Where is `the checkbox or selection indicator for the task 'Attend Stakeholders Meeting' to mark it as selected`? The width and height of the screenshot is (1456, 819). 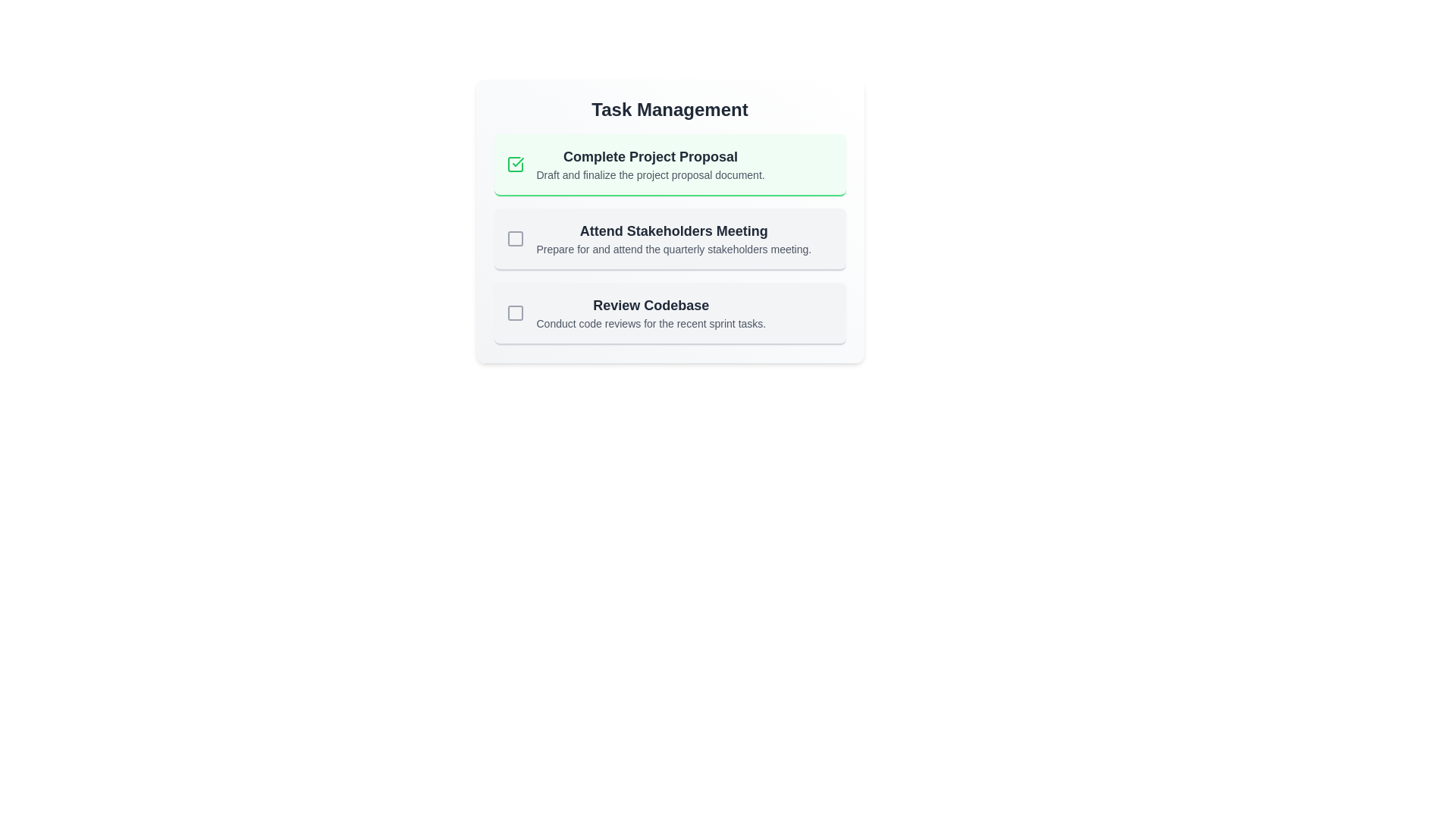 the checkbox or selection indicator for the task 'Attend Stakeholders Meeting' to mark it as selected is located at coordinates (515, 239).